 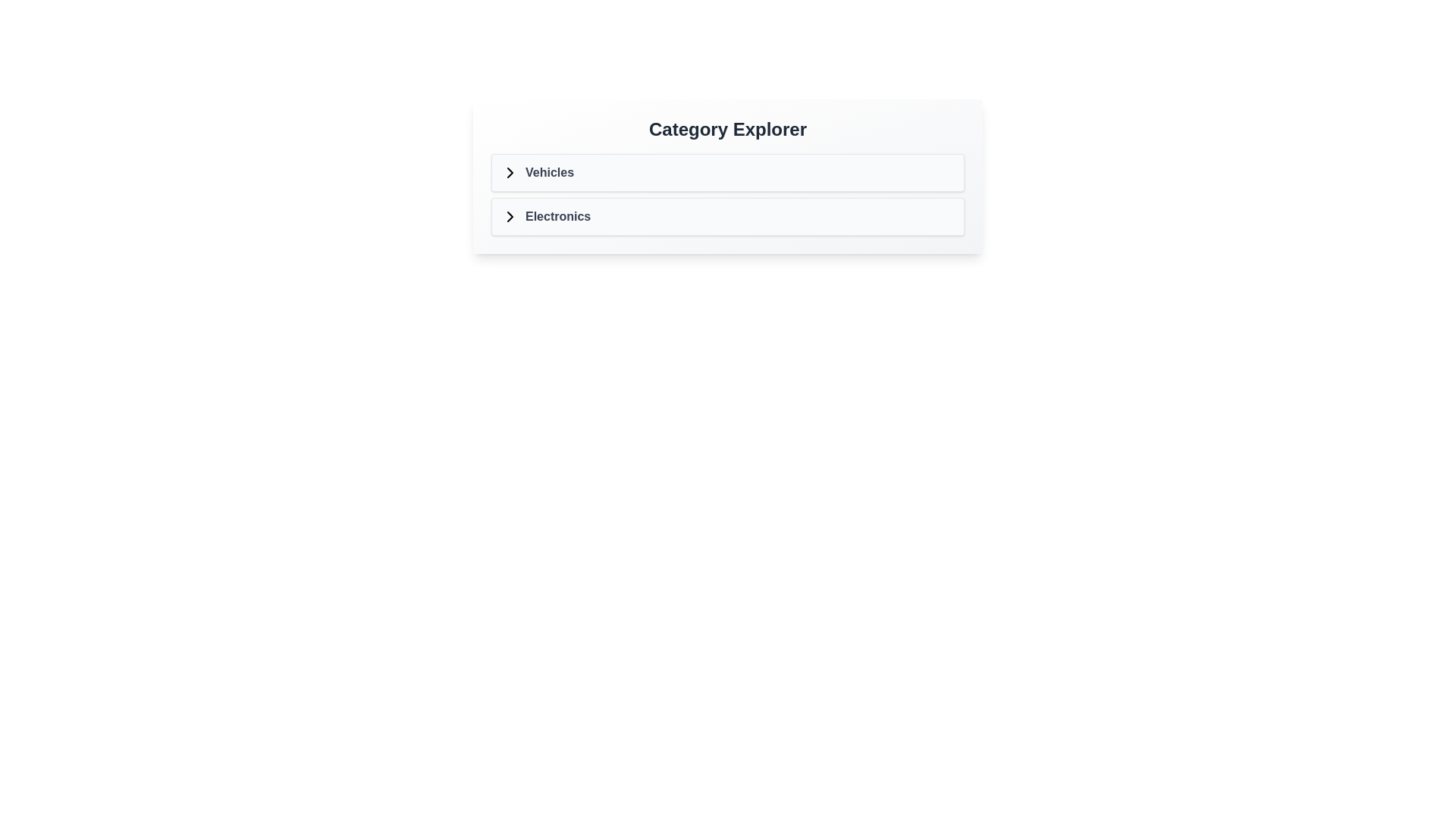 I want to click on the 'Electronics' category option, which is a rectangular component with rounded corners and a light gray background, so click(x=728, y=216).